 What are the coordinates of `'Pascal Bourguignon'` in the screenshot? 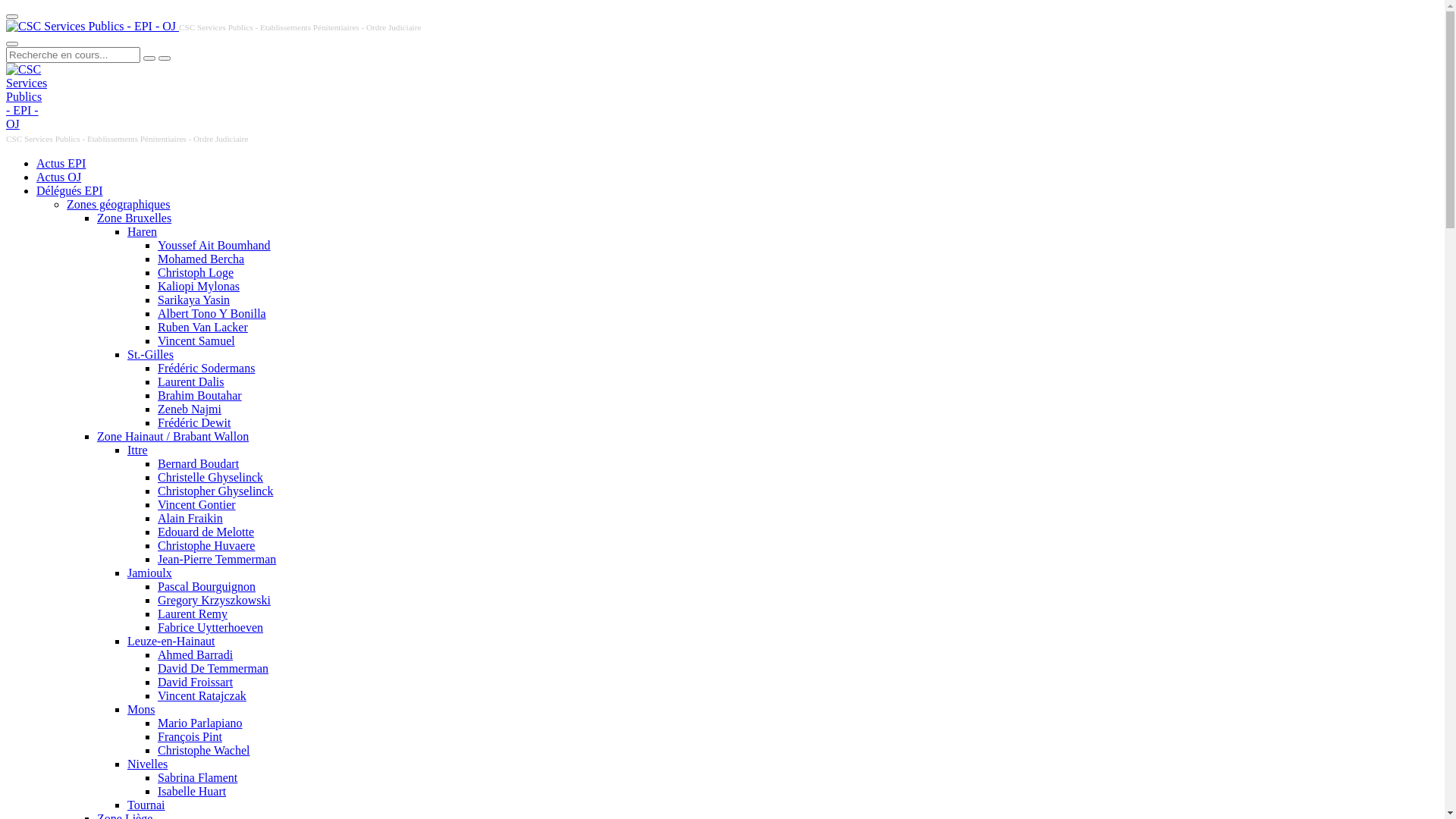 It's located at (206, 585).